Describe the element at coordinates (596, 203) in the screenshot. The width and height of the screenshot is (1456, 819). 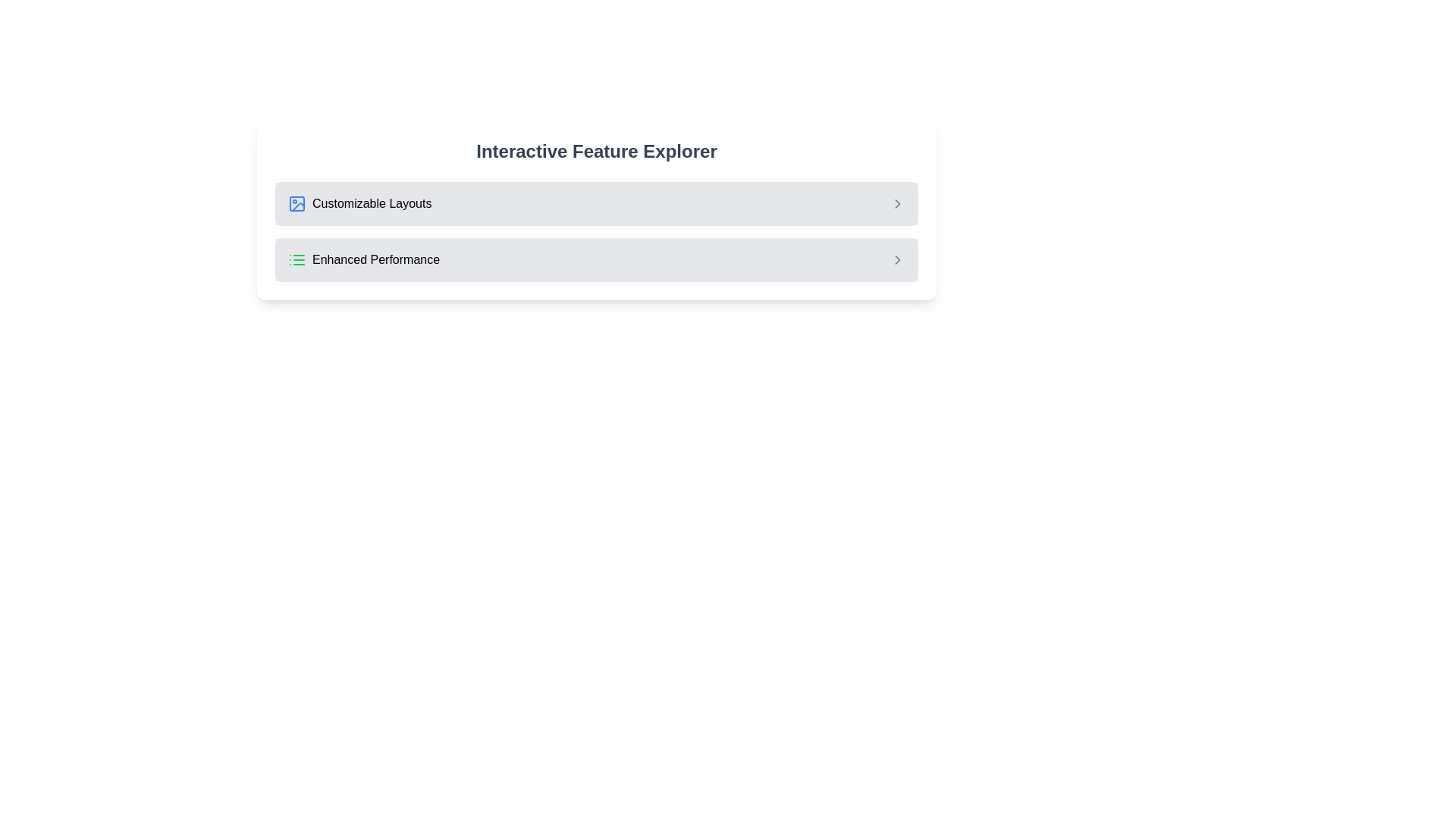
I see `the 'Customizable Layouts' button with a gray background` at that location.